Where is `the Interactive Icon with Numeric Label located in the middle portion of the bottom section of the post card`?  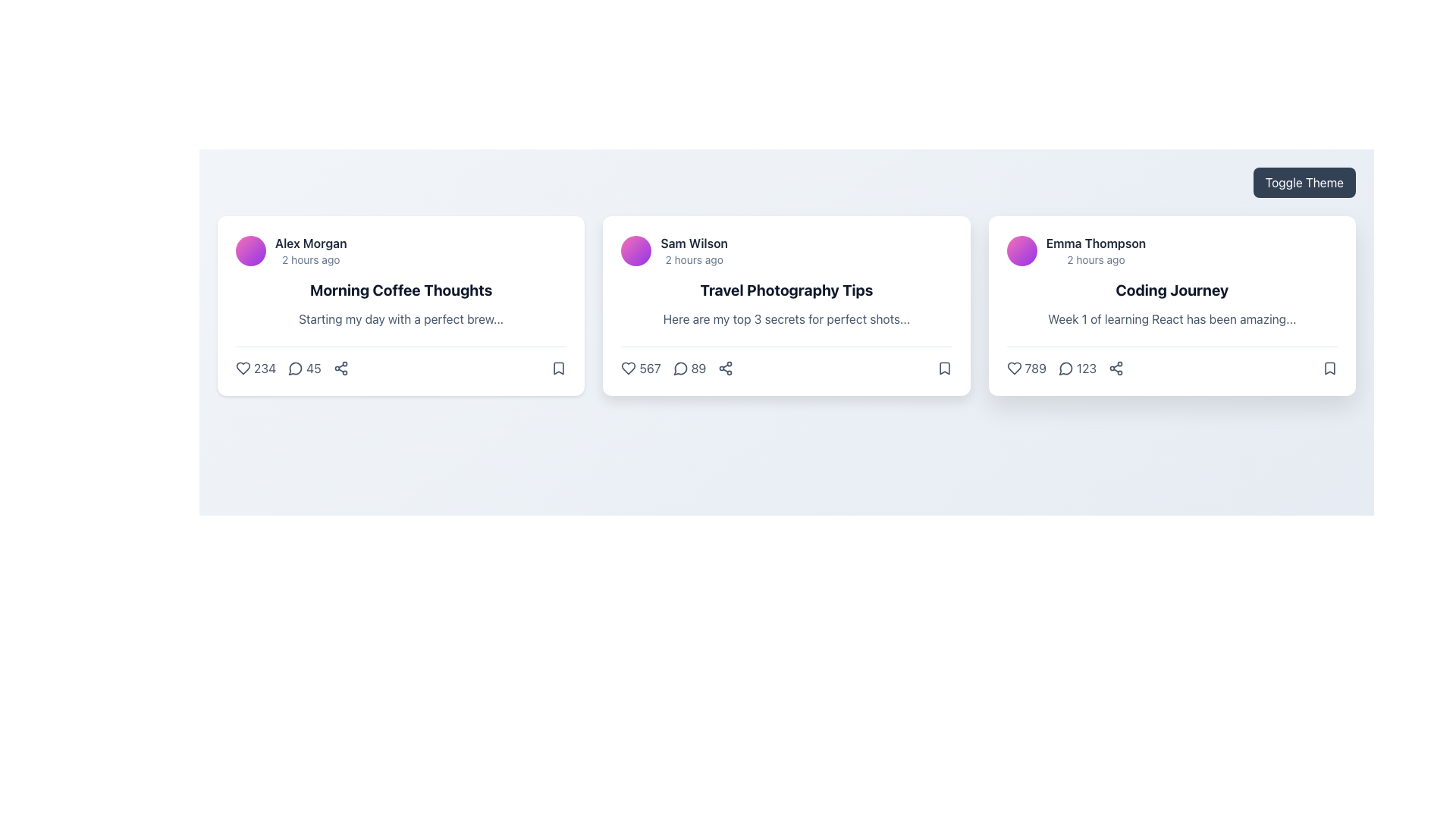
the Interactive Icon with Numeric Label located in the middle portion of the bottom section of the post card is located at coordinates (292, 369).